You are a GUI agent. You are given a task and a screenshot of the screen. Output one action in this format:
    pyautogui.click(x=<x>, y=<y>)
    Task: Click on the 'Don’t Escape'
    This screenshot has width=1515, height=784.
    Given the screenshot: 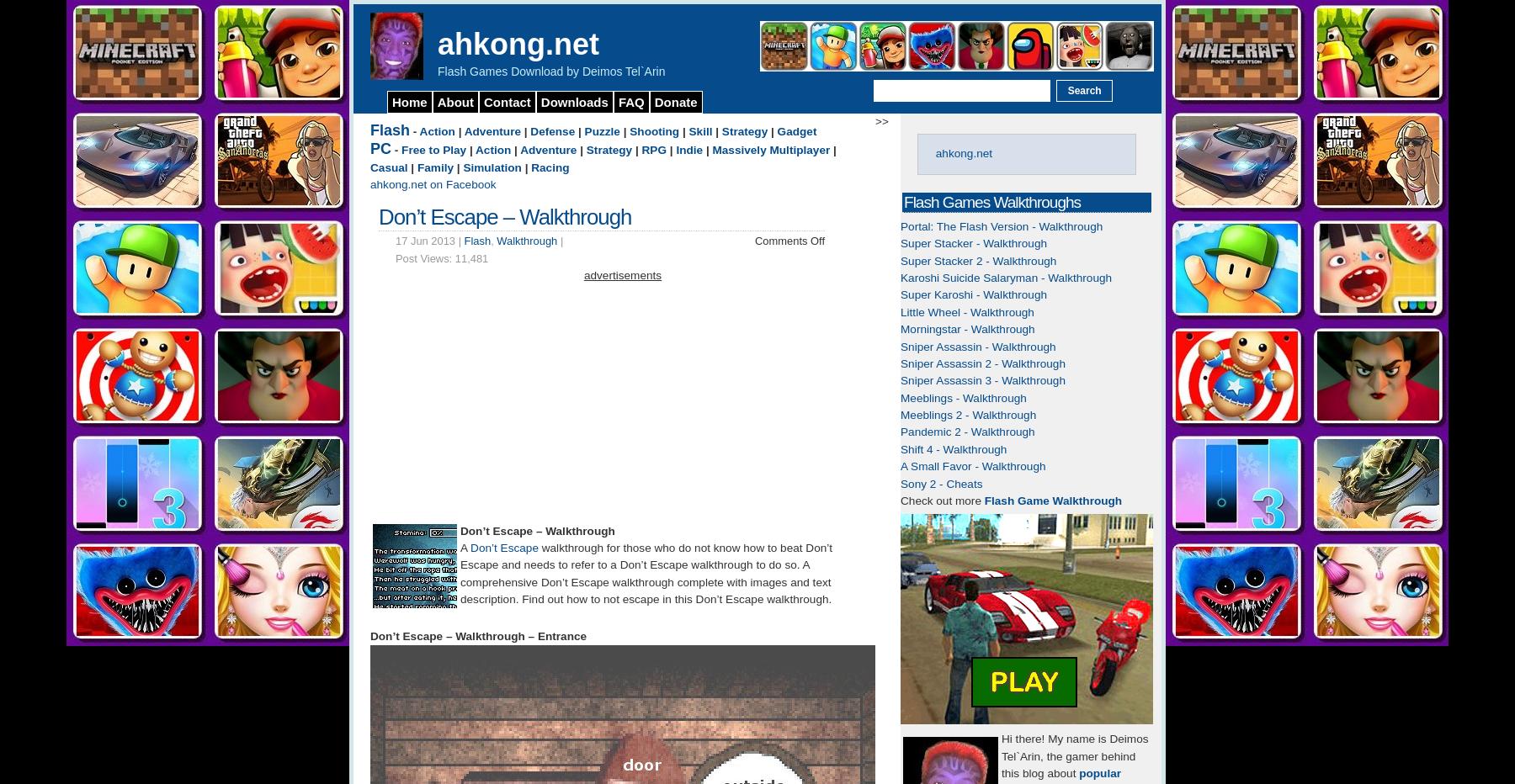 What is the action you would take?
    pyautogui.click(x=504, y=547)
    